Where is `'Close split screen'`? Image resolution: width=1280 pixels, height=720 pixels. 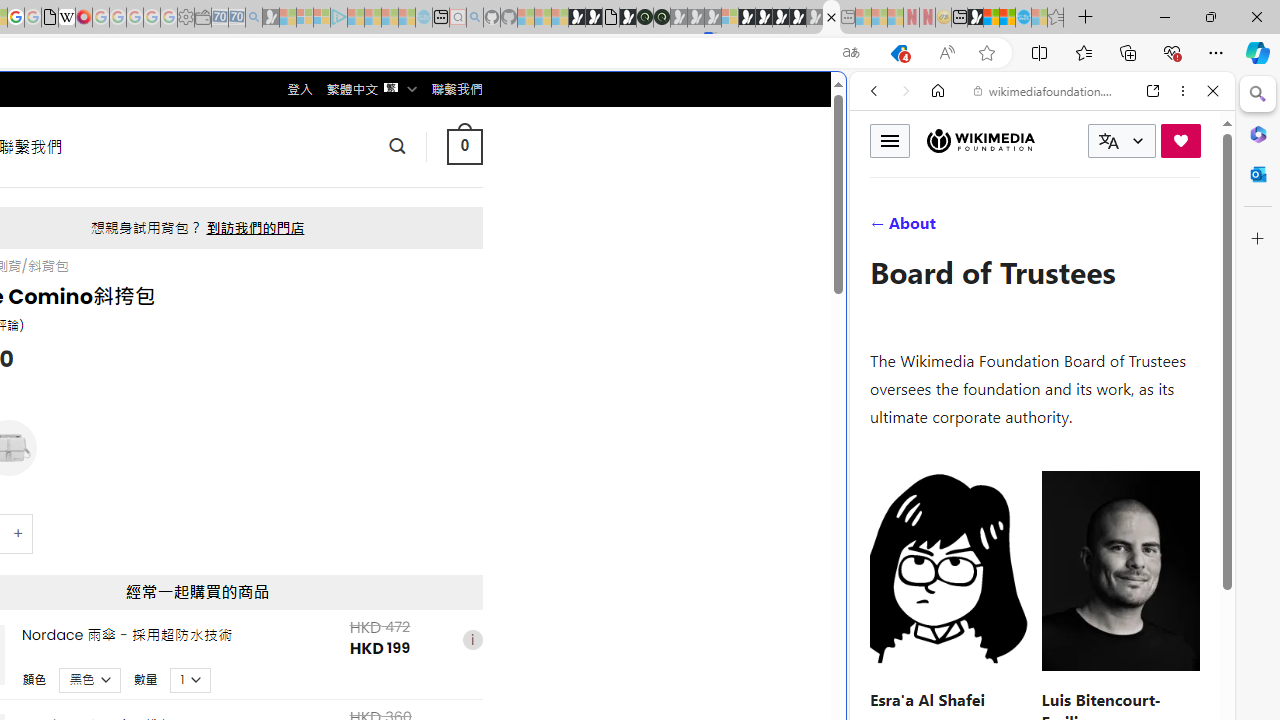
'Close split screen' is located at coordinates (844, 102).